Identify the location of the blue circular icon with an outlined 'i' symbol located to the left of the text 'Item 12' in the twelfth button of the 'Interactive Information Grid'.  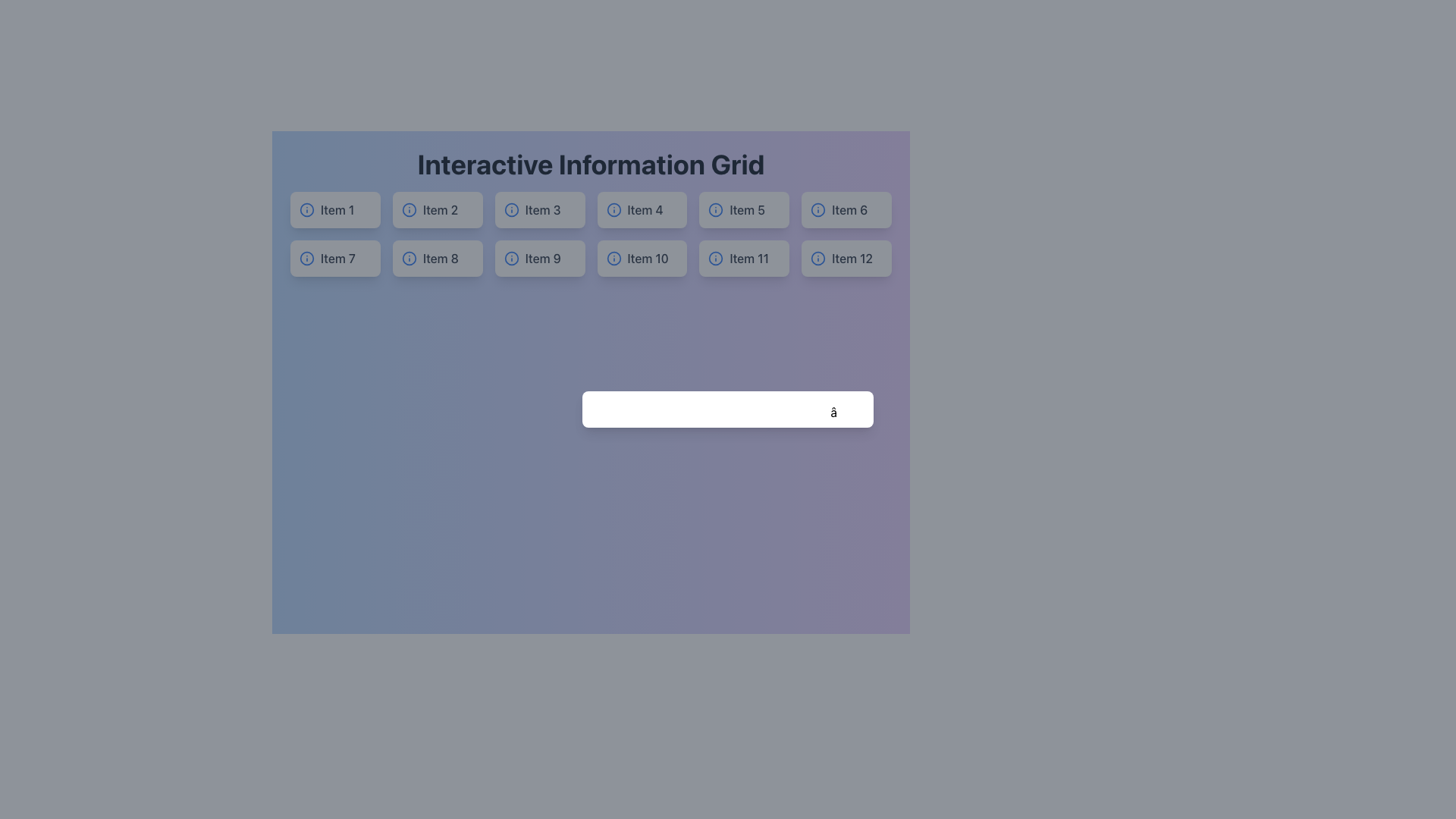
(817, 257).